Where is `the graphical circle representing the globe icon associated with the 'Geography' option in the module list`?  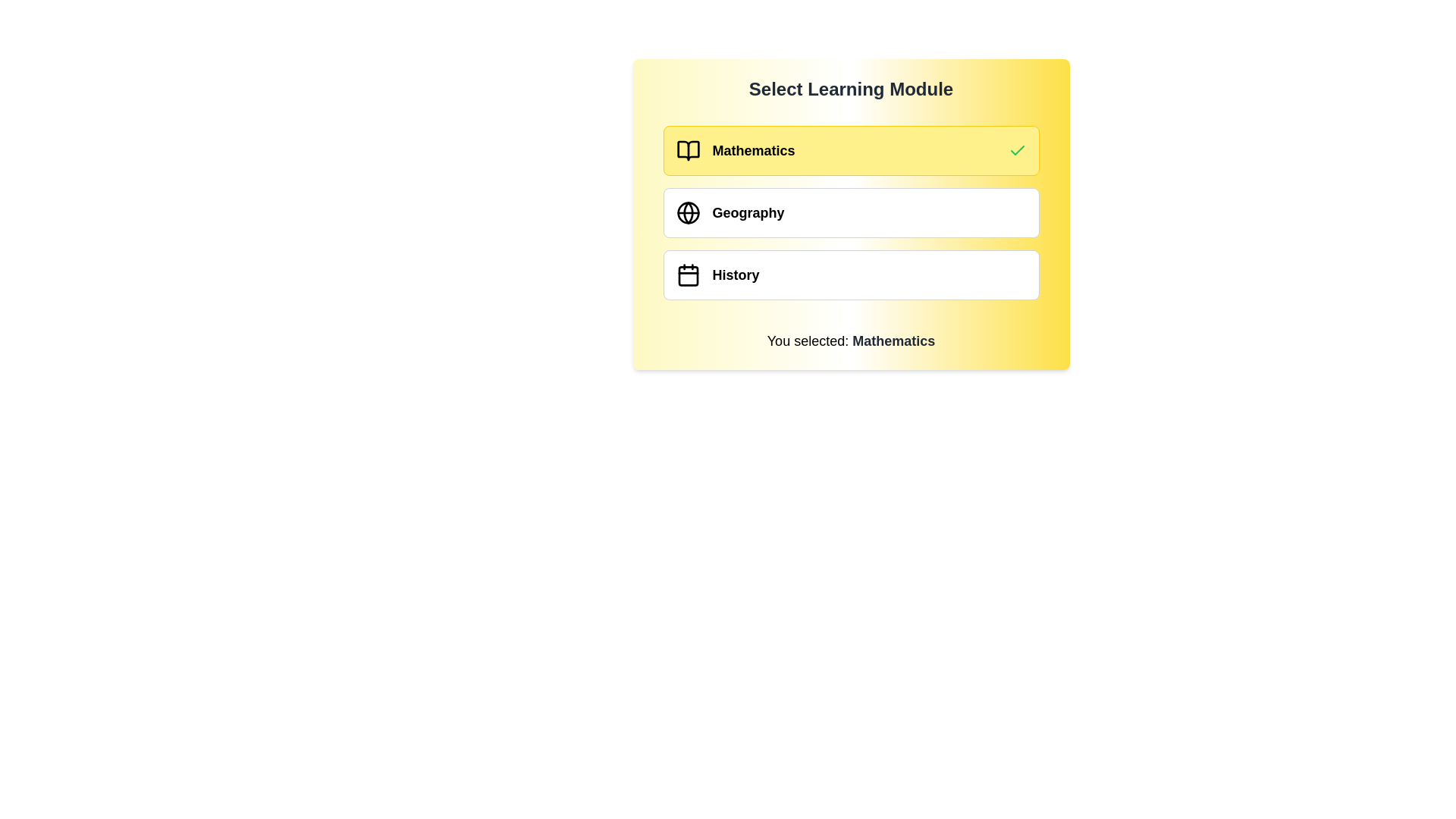 the graphical circle representing the globe icon associated with the 'Geography' option in the module list is located at coordinates (687, 213).